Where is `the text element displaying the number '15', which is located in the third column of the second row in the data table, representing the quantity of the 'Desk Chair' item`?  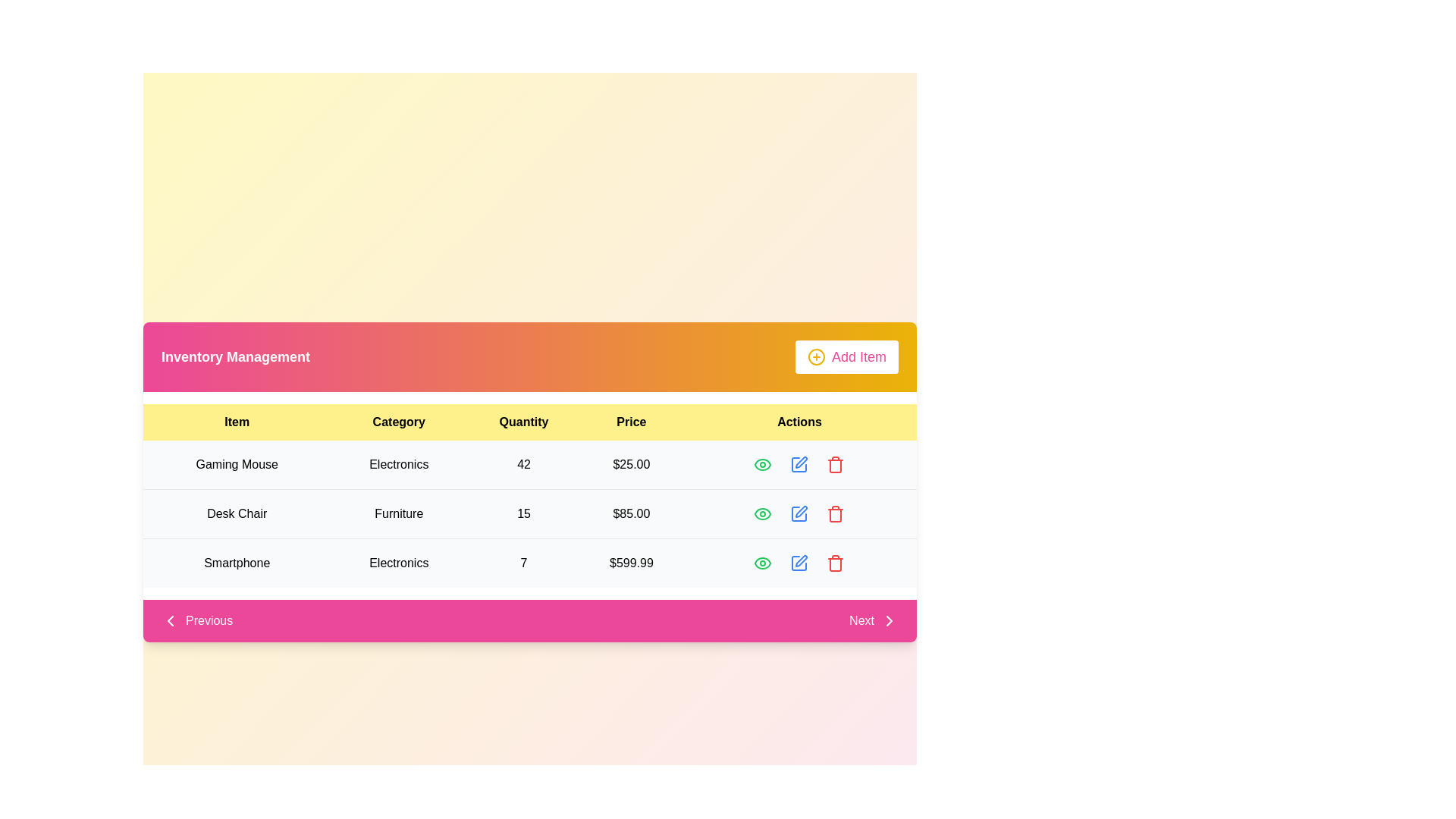 the text element displaying the number '15', which is located in the third column of the second row in the data table, representing the quantity of the 'Desk Chair' item is located at coordinates (524, 513).